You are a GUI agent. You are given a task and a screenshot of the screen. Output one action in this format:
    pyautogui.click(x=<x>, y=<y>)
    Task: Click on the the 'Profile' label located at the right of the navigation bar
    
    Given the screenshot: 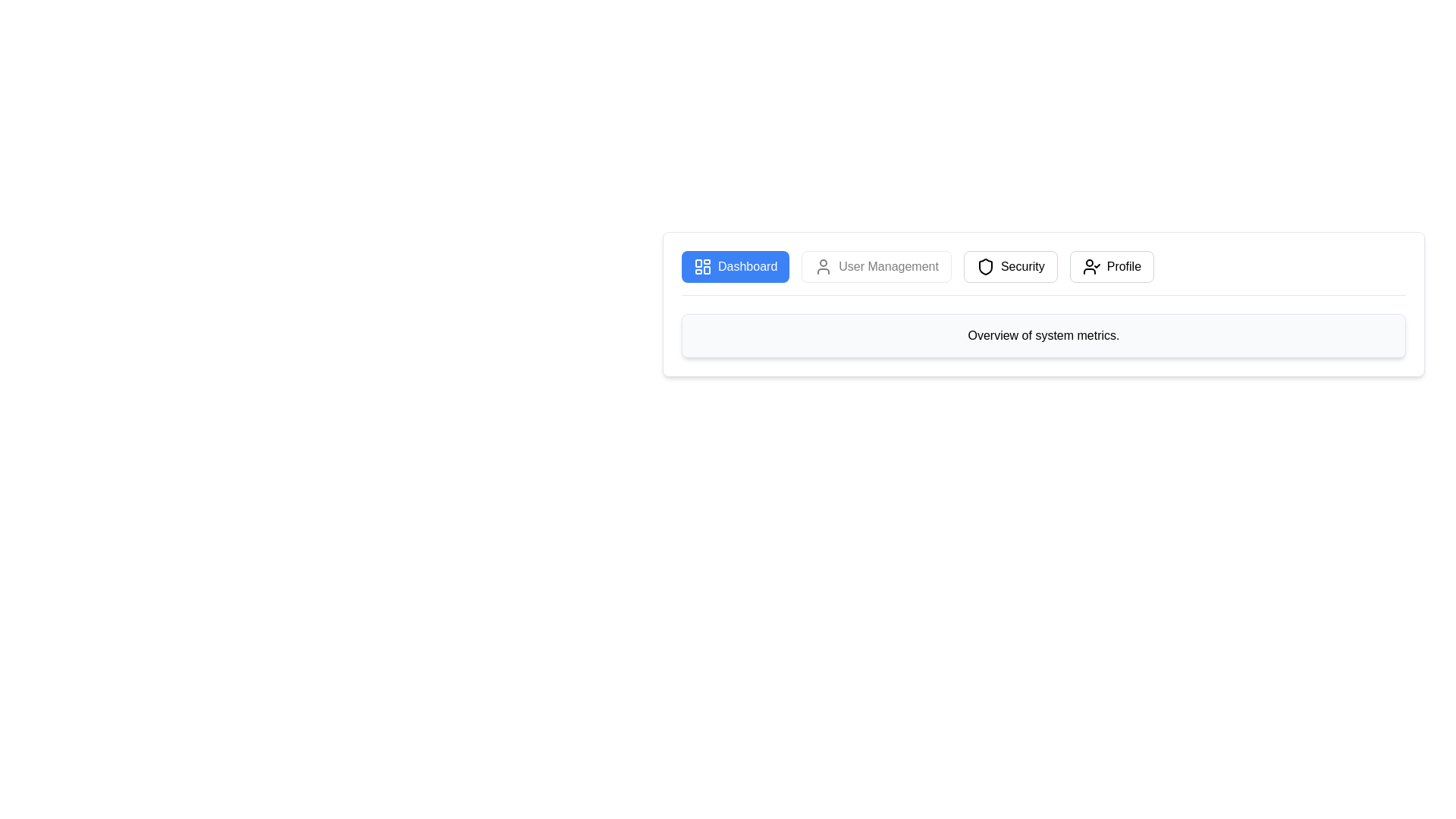 What is the action you would take?
    pyautogui.click(x=1124, y=265)
    